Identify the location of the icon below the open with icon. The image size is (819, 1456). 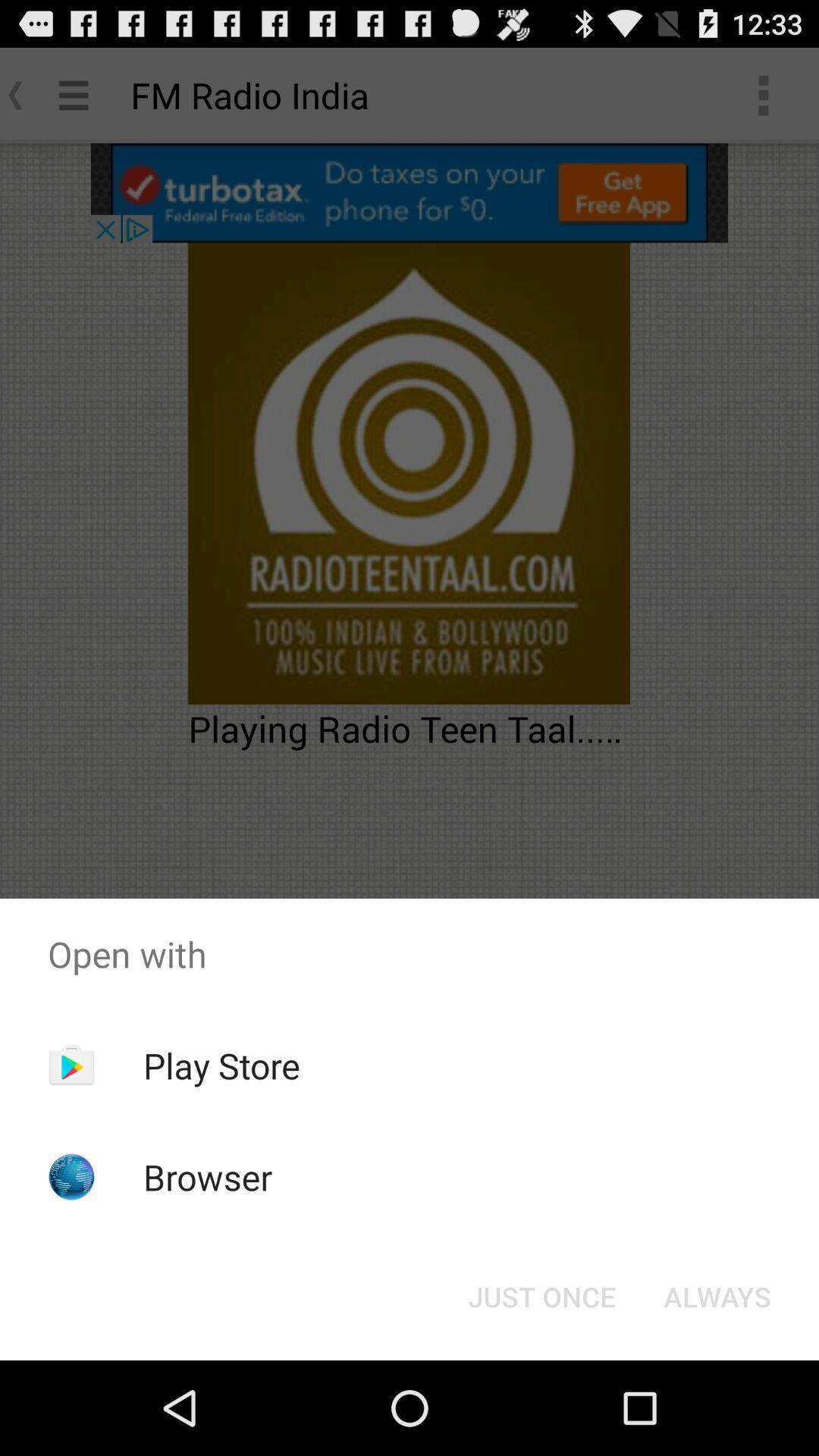
(717, 1295).